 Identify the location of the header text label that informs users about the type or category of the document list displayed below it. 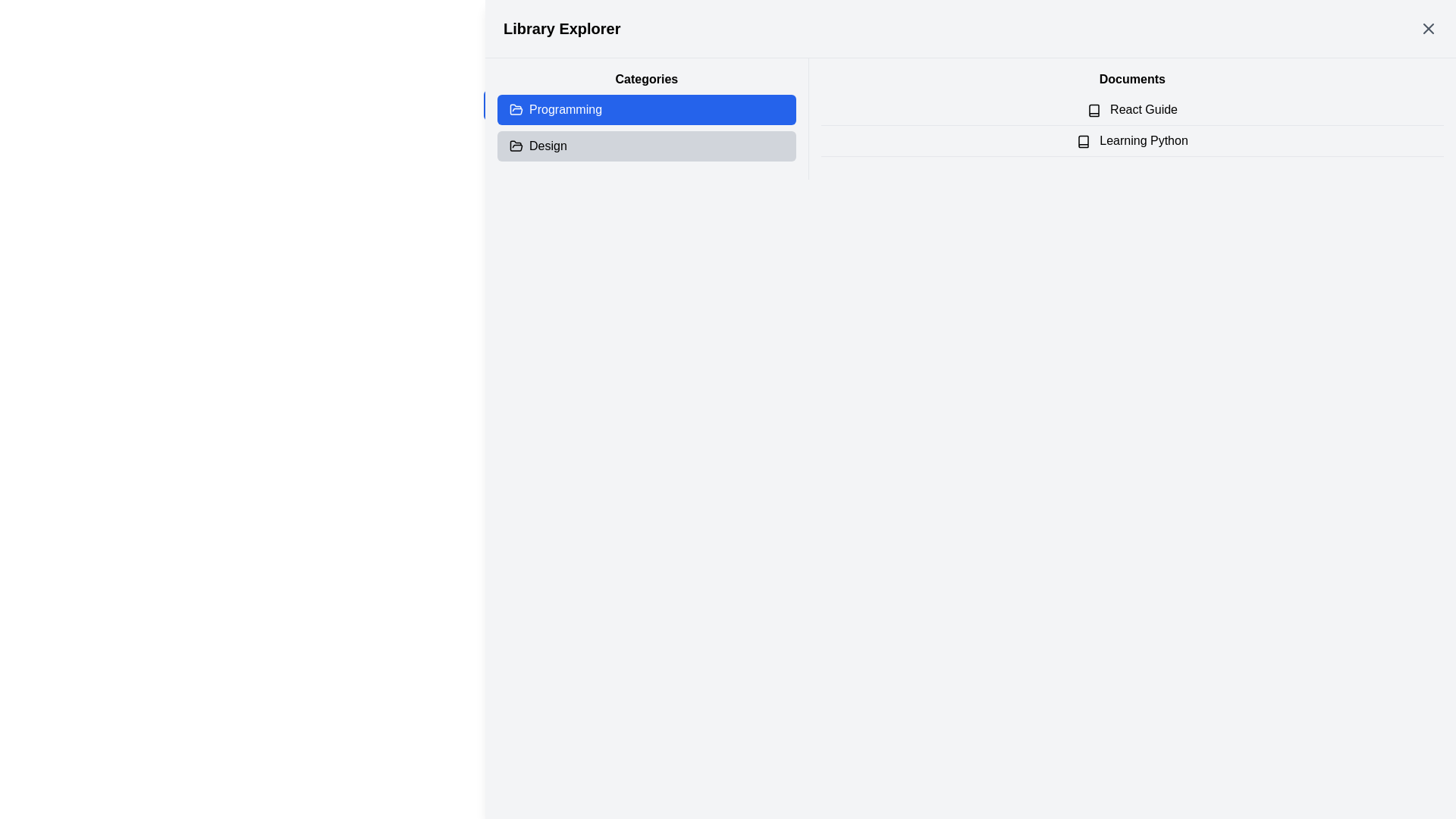
(1132, 79).